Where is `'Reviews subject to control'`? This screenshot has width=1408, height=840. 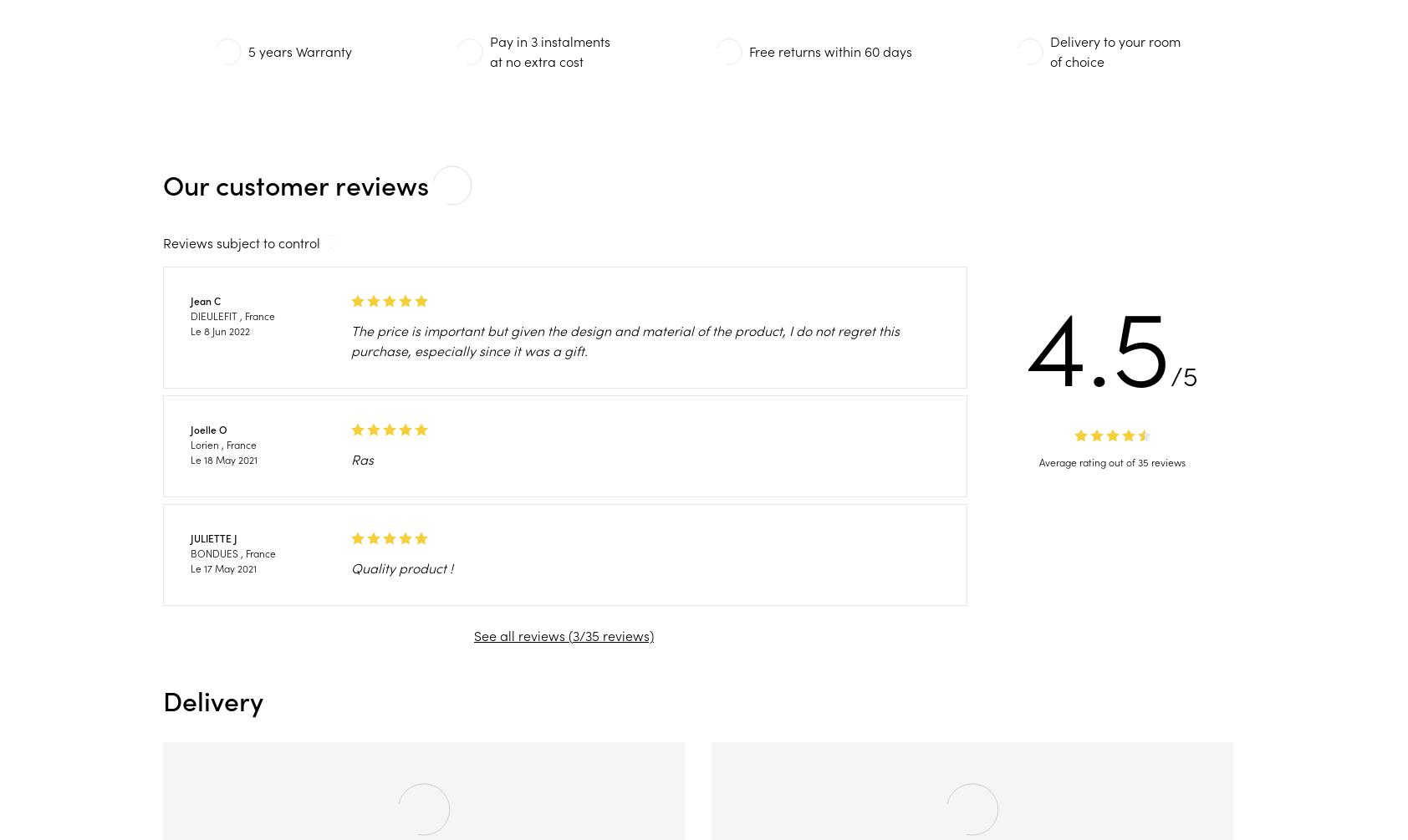
'Reviews subject to control' is located at coordinates (242, 242).